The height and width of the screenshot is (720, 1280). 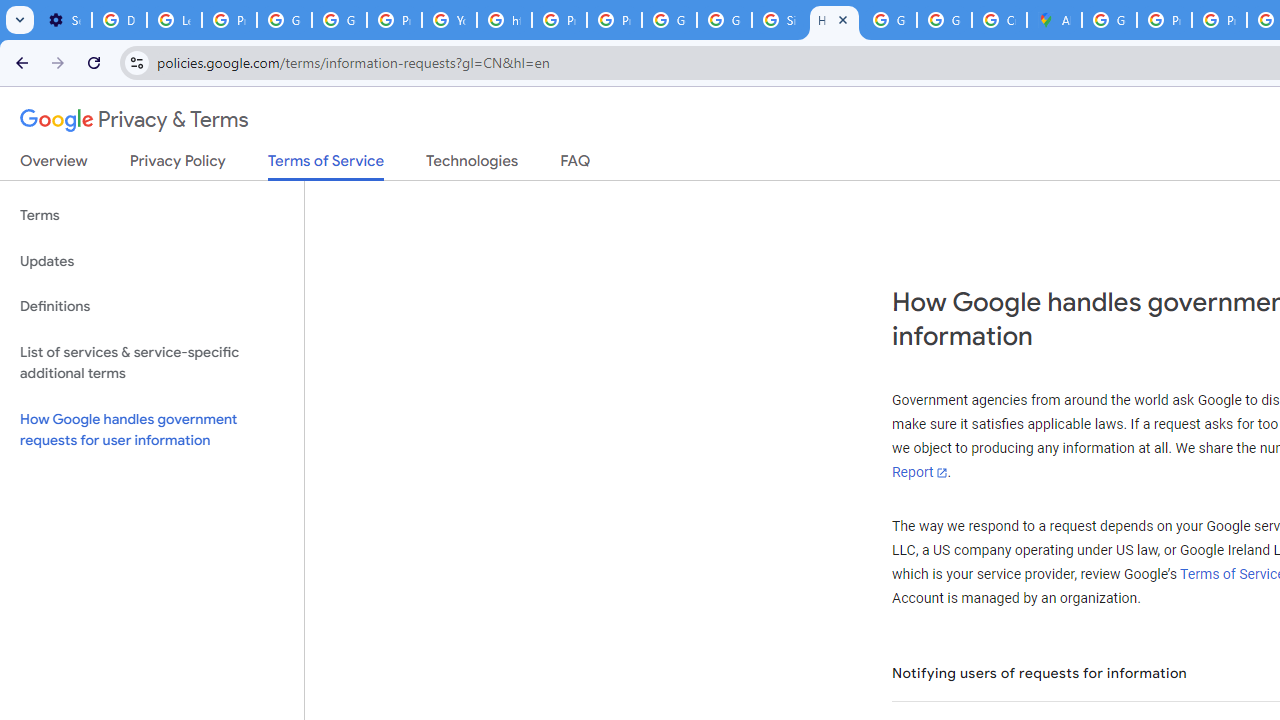 What do you see at coordinates (1164, 20) in the screenshot?
I see `'Privacy Help Center - Policies Help'` at bounding box center [1164, 20].